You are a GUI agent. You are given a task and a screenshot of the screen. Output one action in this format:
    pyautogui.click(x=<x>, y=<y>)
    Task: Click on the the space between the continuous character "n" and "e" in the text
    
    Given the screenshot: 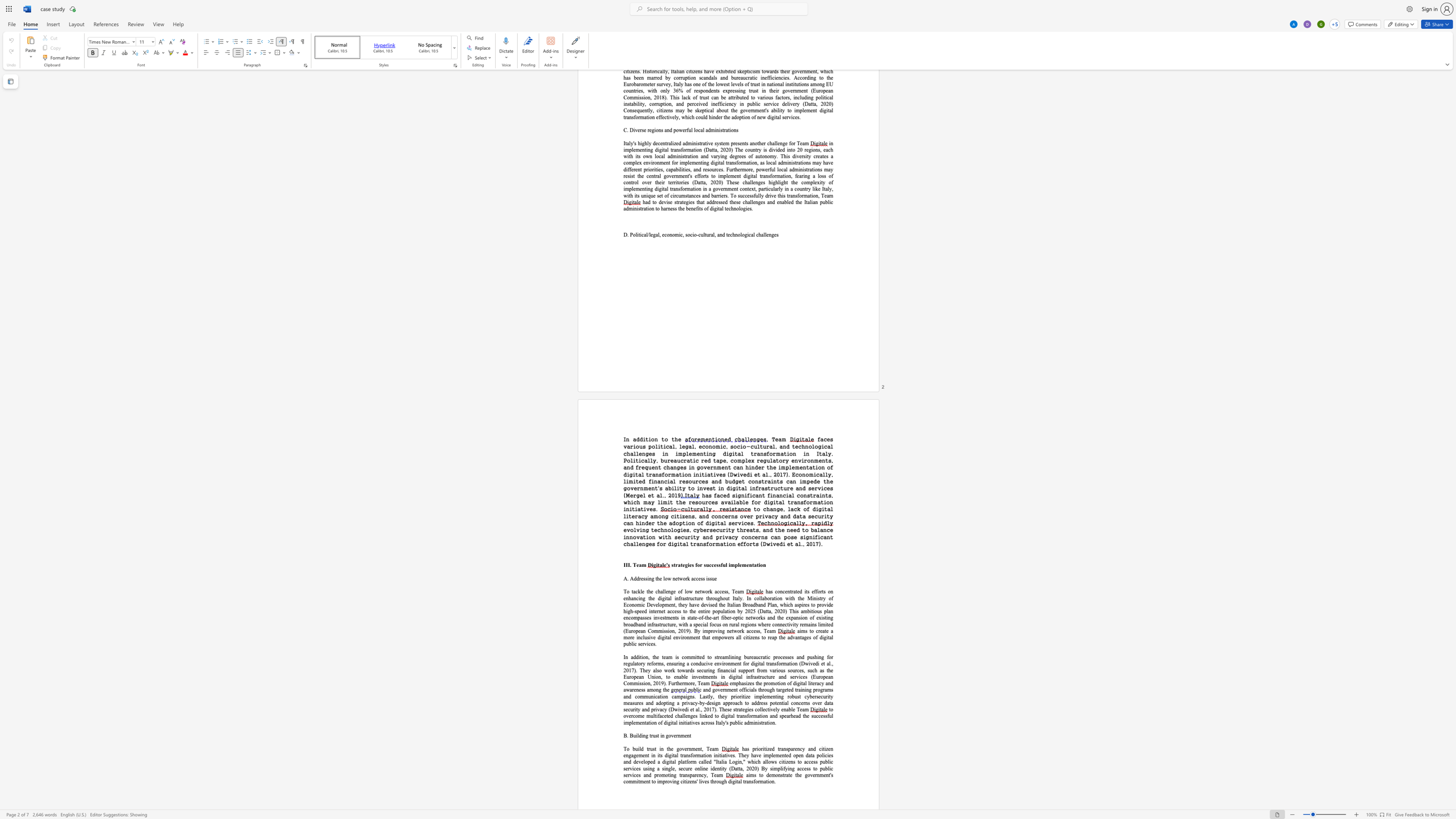 What is the action you would take?
    pyautogui.click(x=697, y=591)
    